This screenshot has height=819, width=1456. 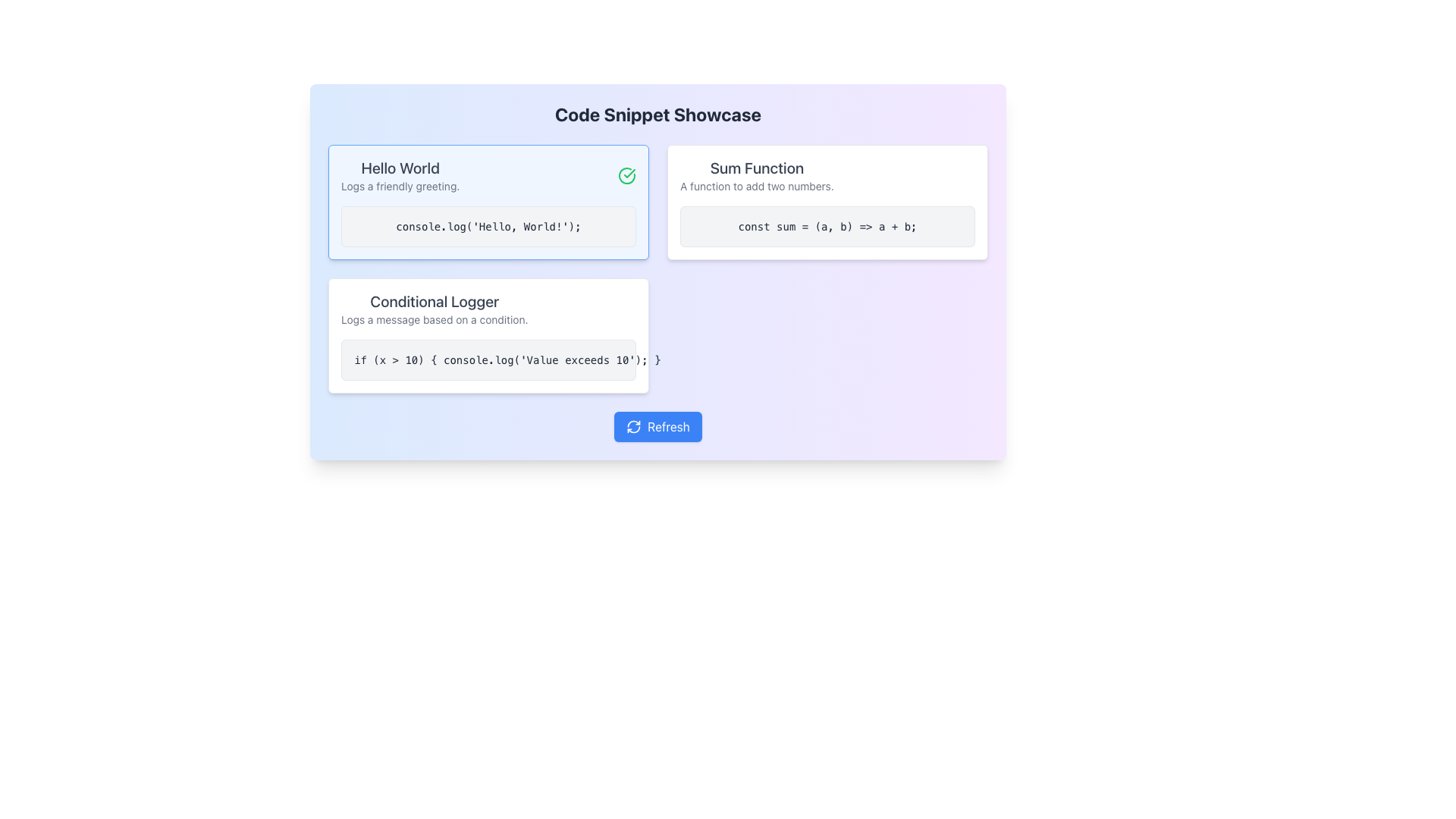 I want to click on the descriptive text element that reads 'A function to add two numbers.' located beneath the title 'Sum Function' in the top-right block of the interface, so click(x=757, y=186).